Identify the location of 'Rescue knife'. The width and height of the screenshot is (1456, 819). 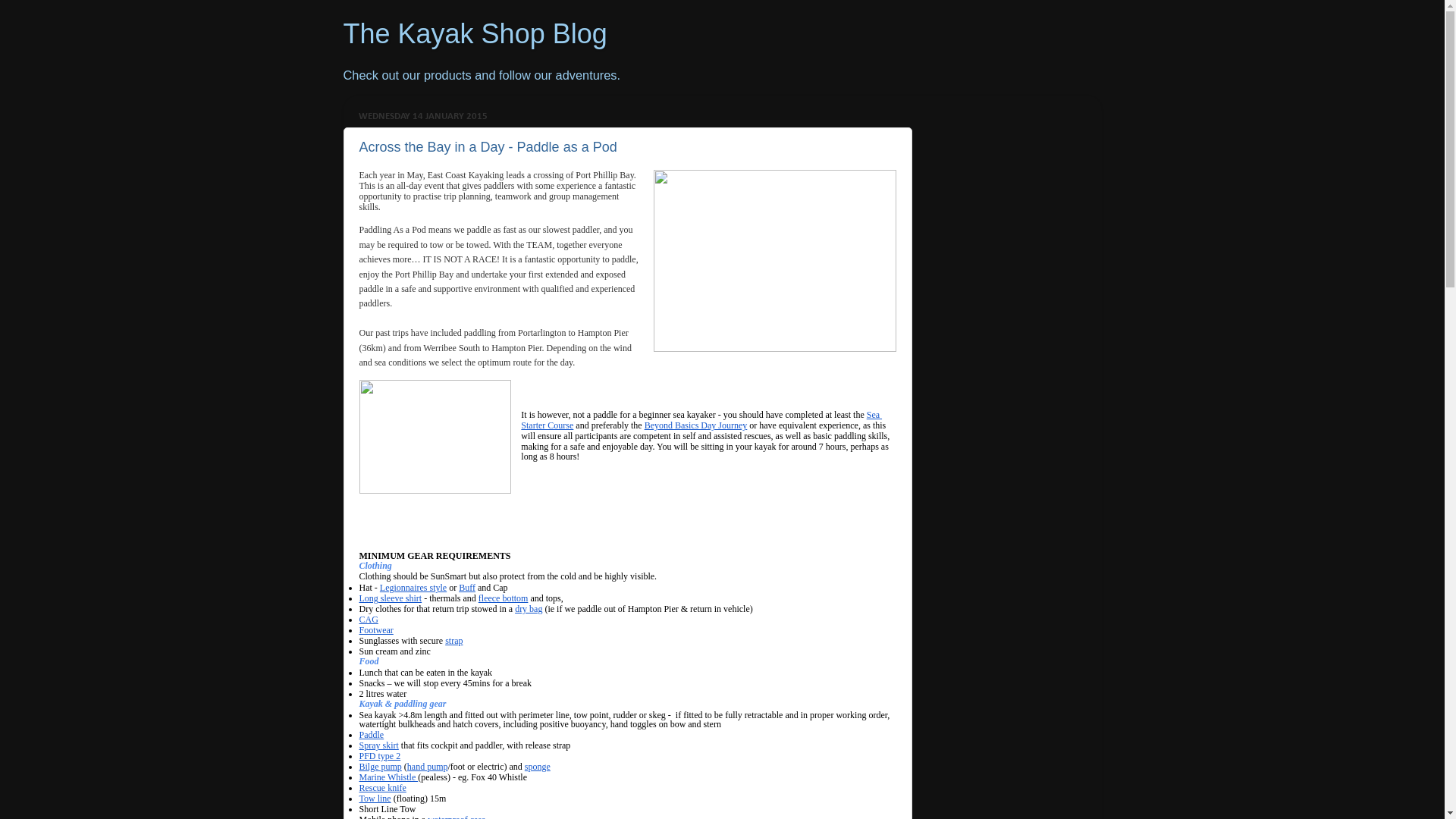
(382, 786).